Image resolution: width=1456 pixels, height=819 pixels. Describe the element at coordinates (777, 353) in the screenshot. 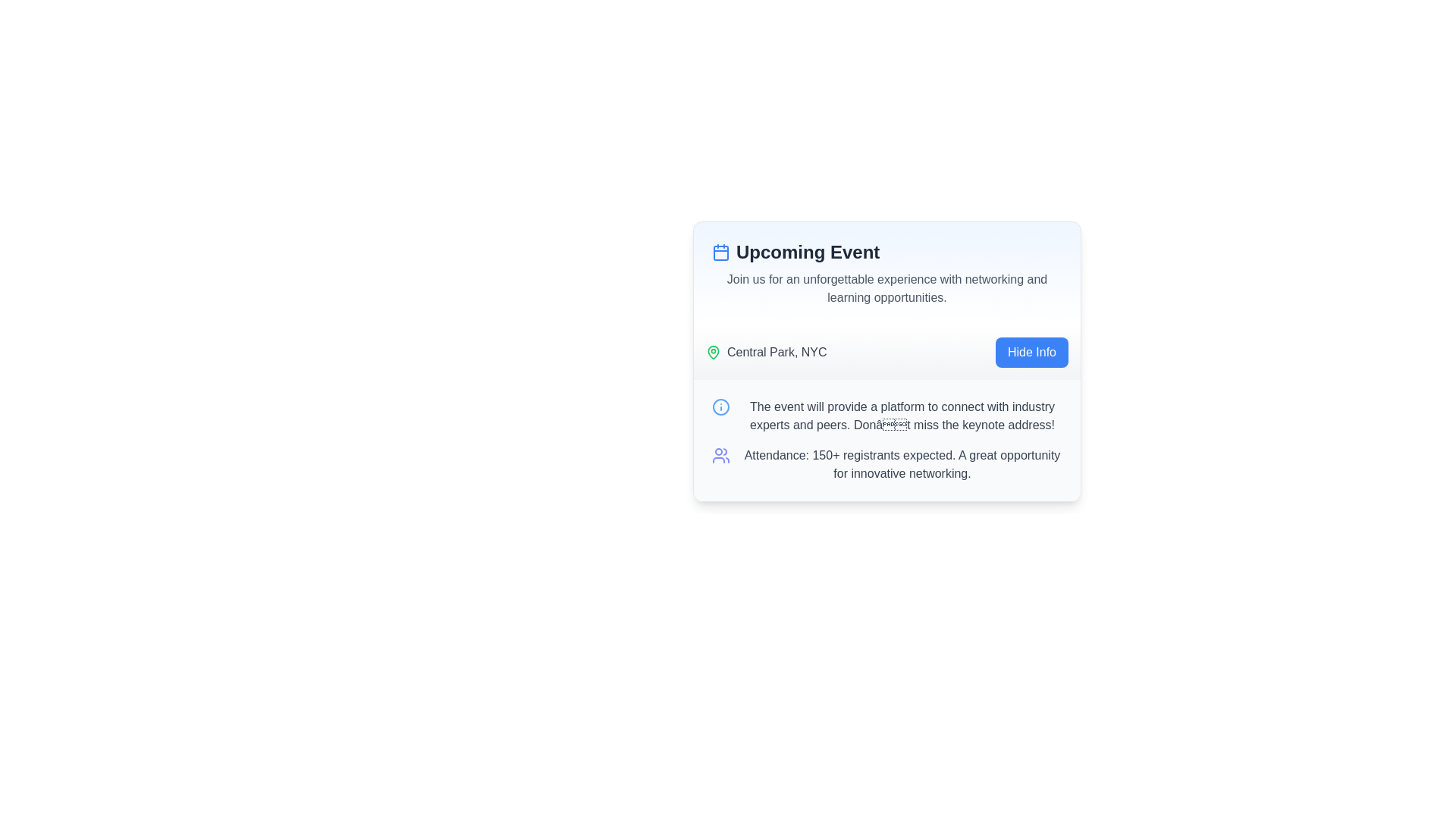

I see `the text label 'Central Park, NYC' which is located near the center of the interface, below the heading 'Upcoming Event', and aligned horizontally with a location pin icon to its left` at that location.